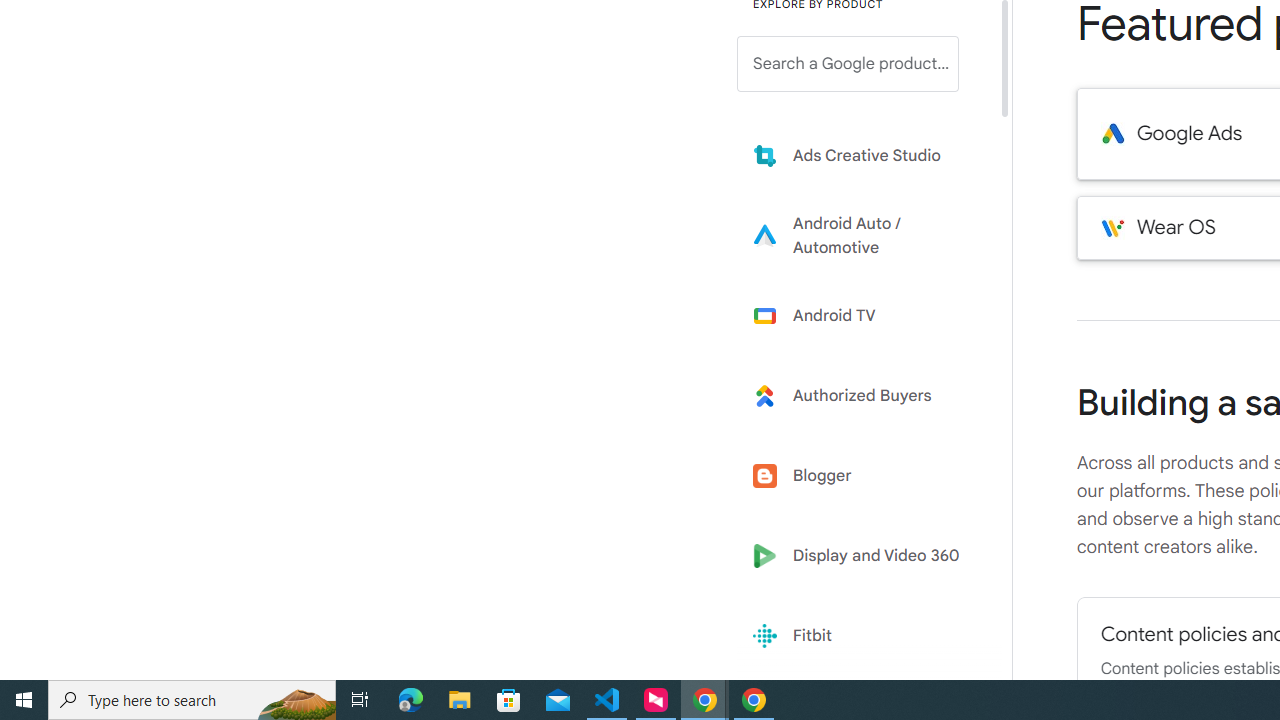 The width and height of the screenshot is (1280, 720). I want to click on 'Learn more about Android TV', so click(862, 315).